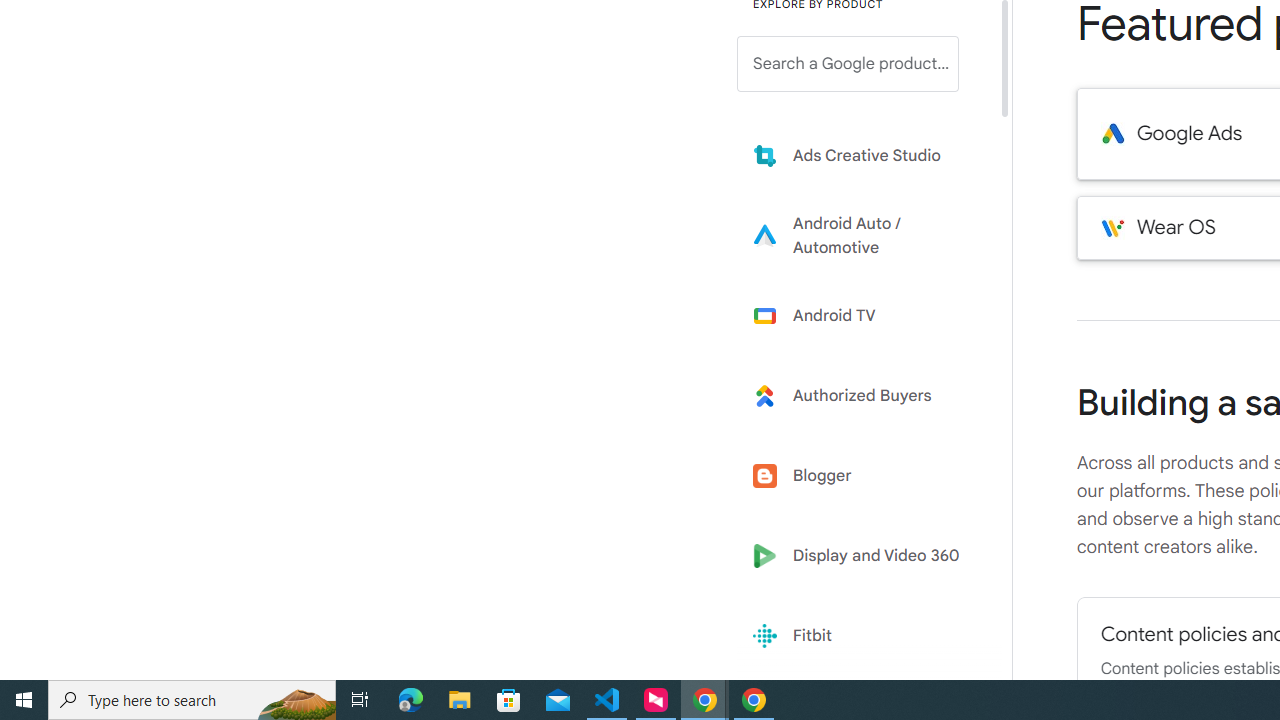 The width and height of the screenshot is (1280, 720). I want to click on 'Learn more about Android TV', so click(862, 315).